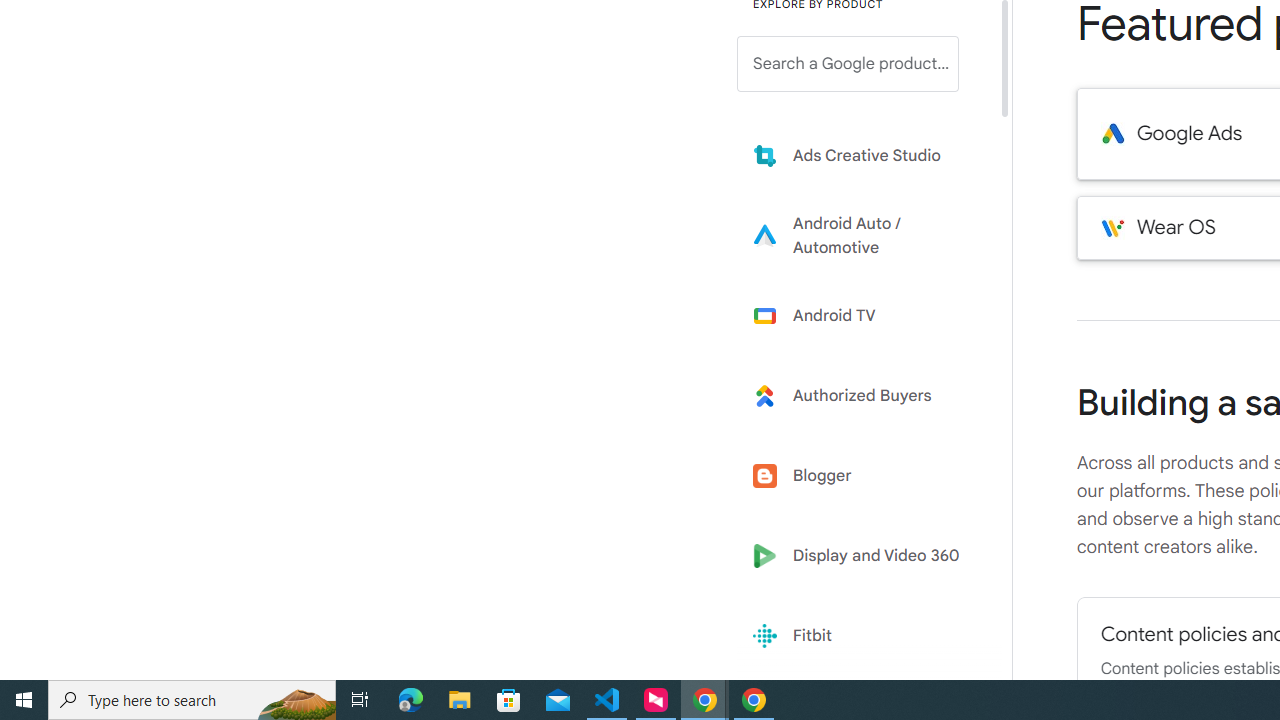 The width and height of the screenshot is (1280, 720). I want to click on 'Learn more about Android TV', so click(862, 315).